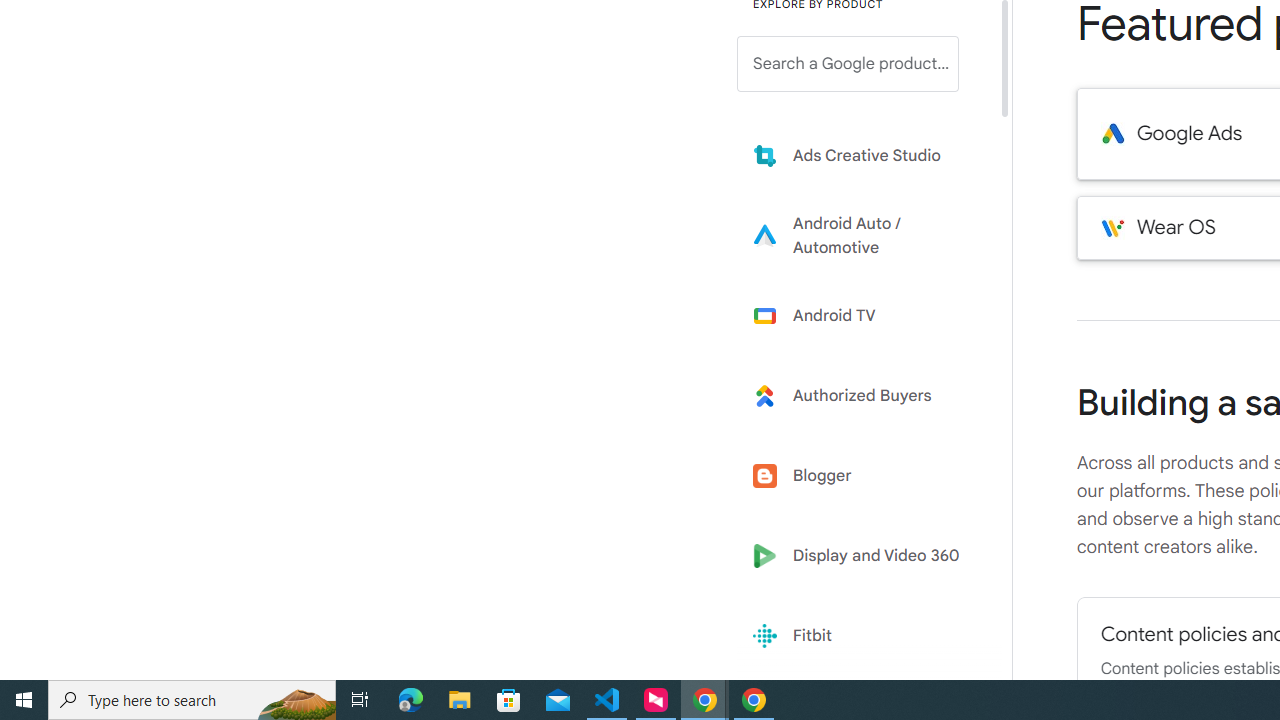 The width and height of the screenshot is (1280, 720). I want to click on 'Learn more about Android TV', so click(862, 315).